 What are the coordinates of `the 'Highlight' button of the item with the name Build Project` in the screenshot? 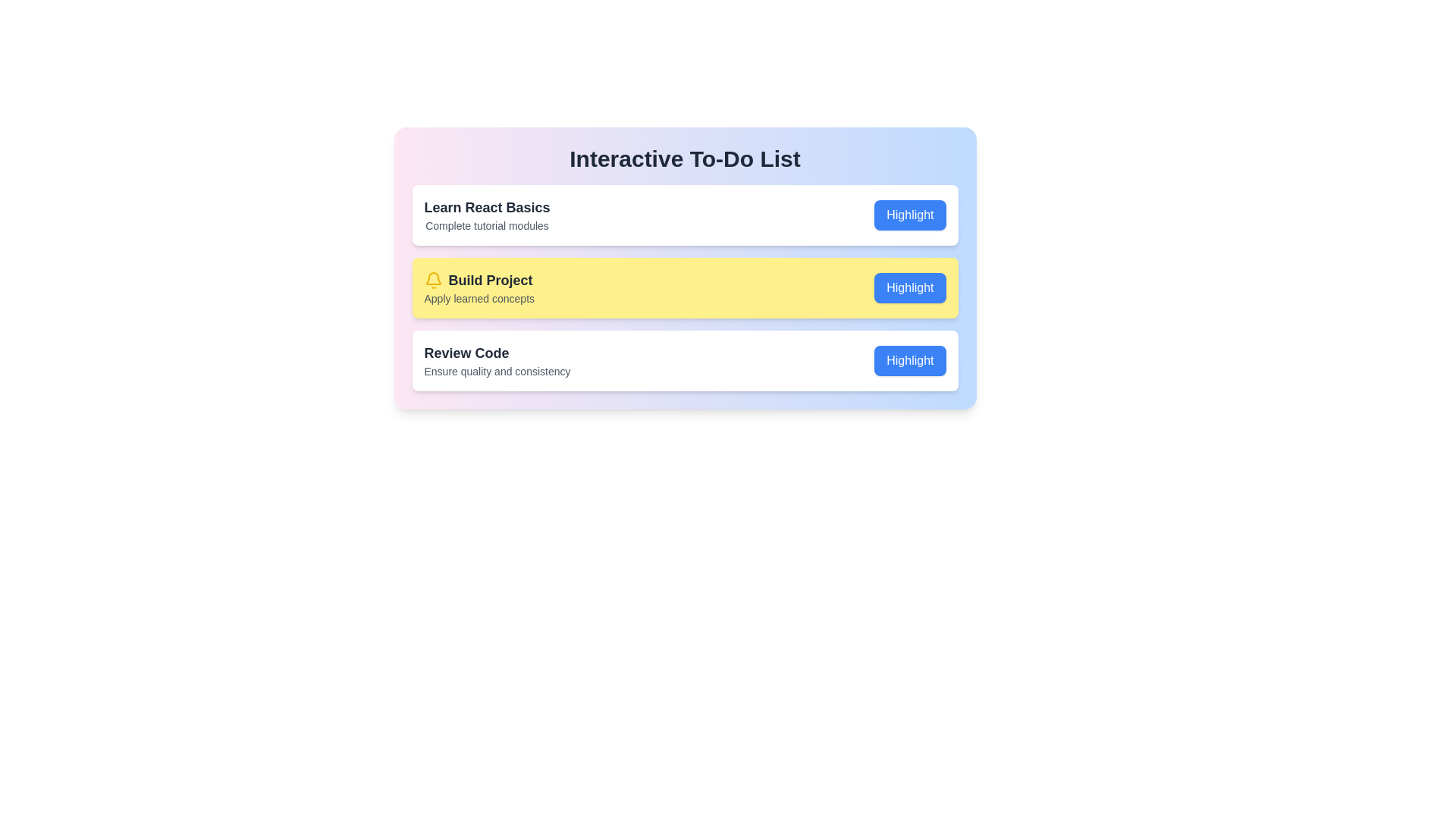 It's located at (910, 288).